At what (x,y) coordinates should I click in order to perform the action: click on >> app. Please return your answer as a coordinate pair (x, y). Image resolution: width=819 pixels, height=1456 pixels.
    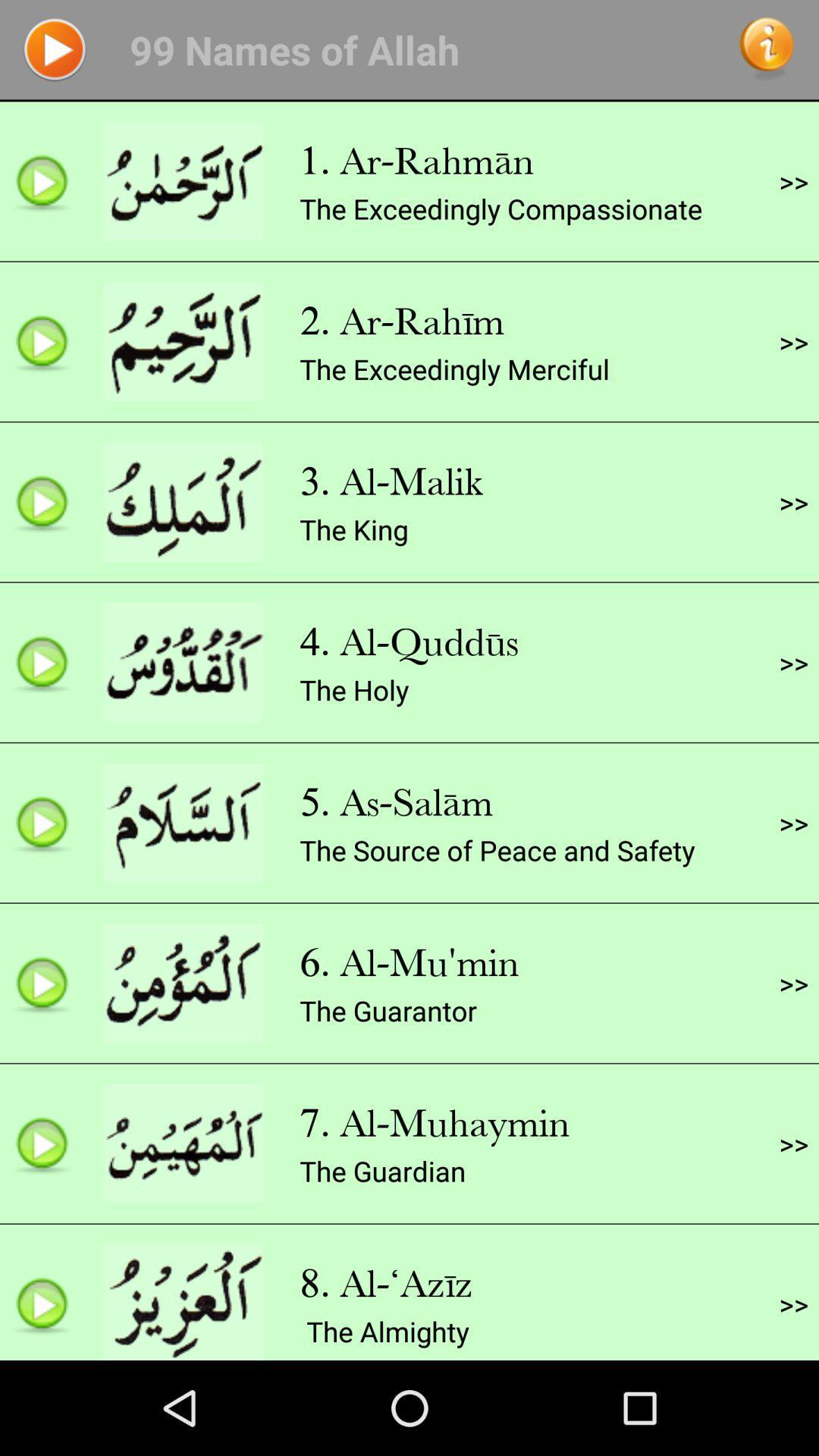
    Looking at the image, I should click on (792, 662).